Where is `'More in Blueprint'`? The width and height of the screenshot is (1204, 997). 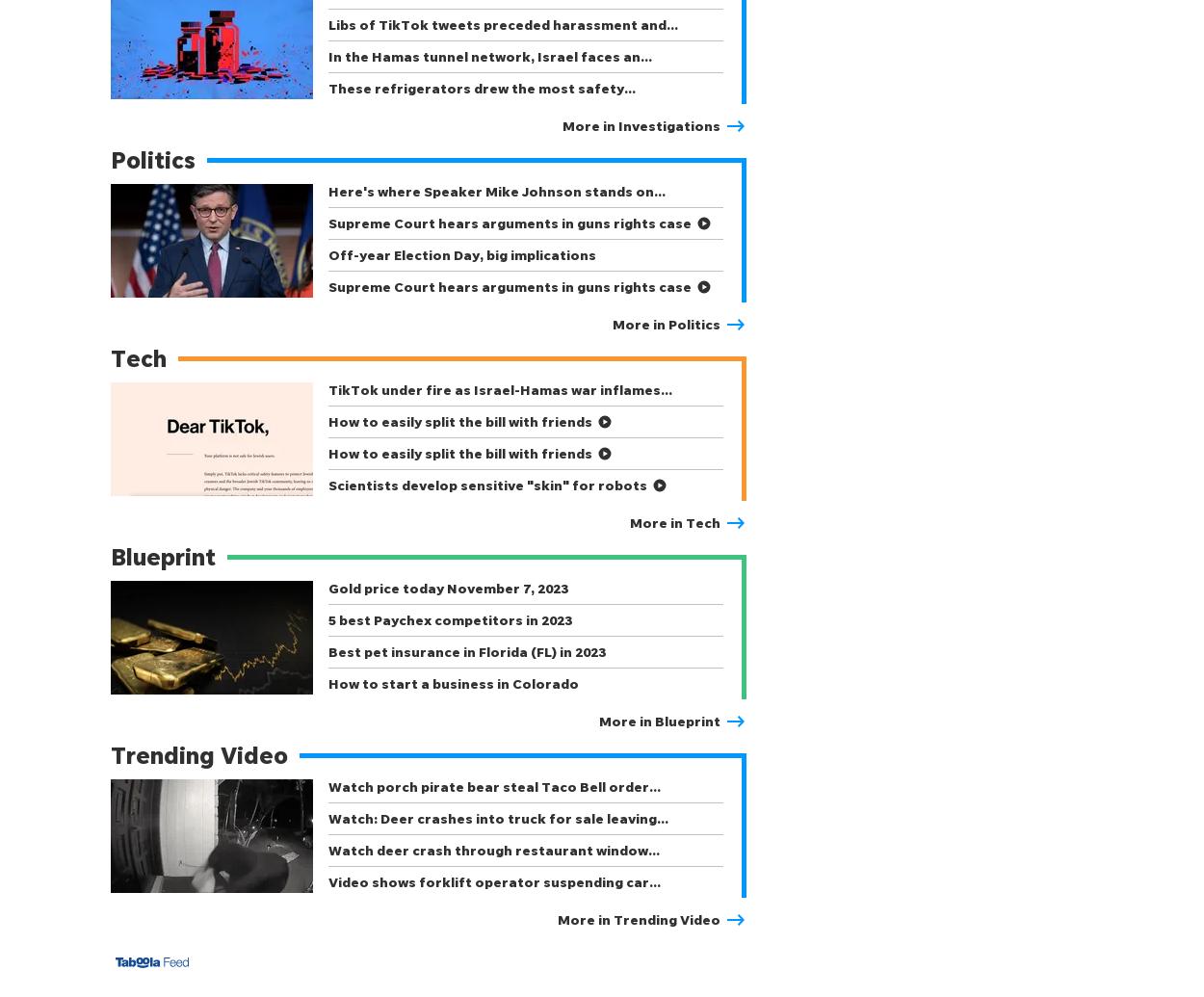 'More in Blueprint' is located at coordinates (660, 720).